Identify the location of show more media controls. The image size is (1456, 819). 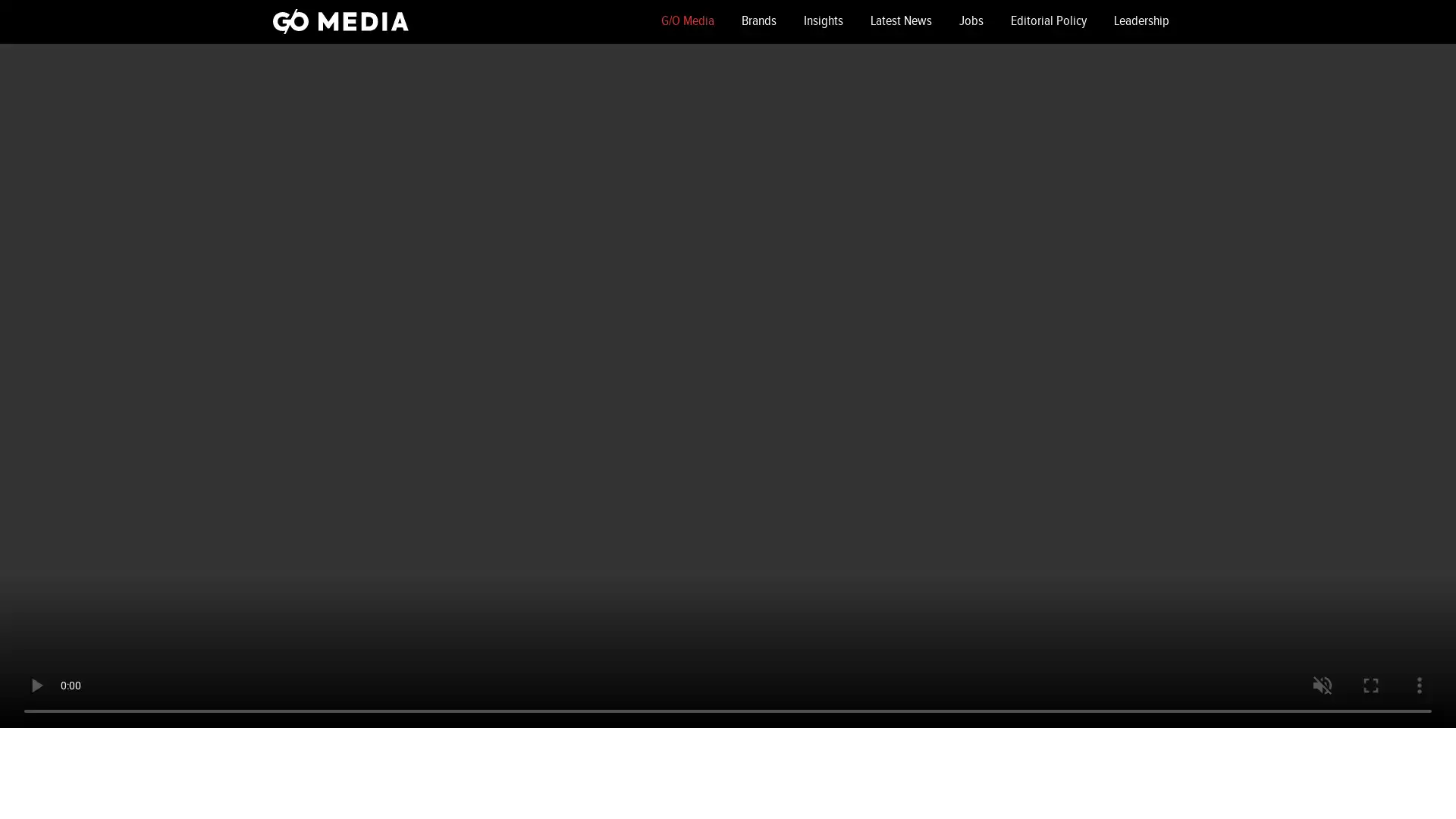
(1419, 685).